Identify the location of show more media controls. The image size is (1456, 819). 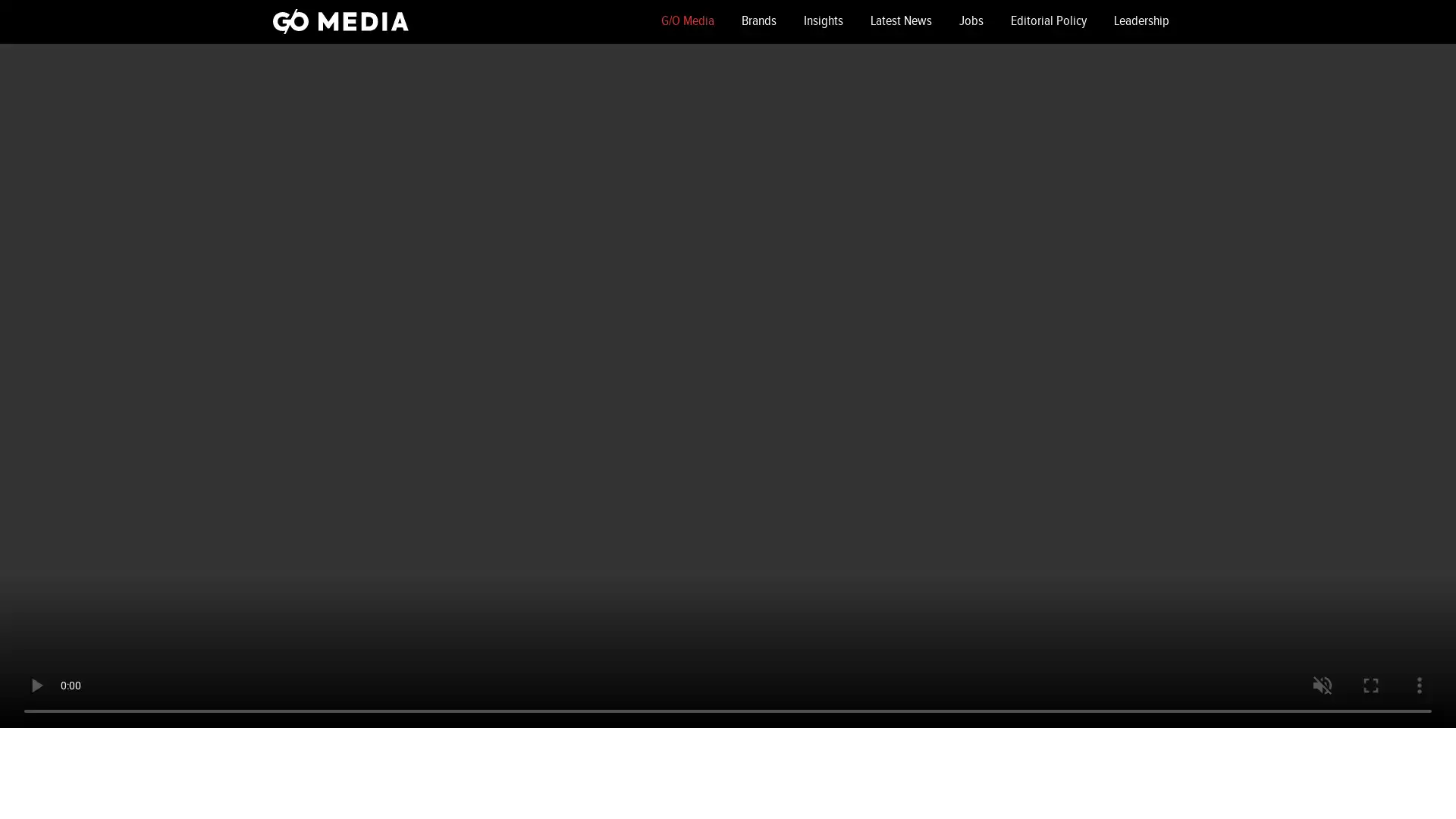
(1419, 685).